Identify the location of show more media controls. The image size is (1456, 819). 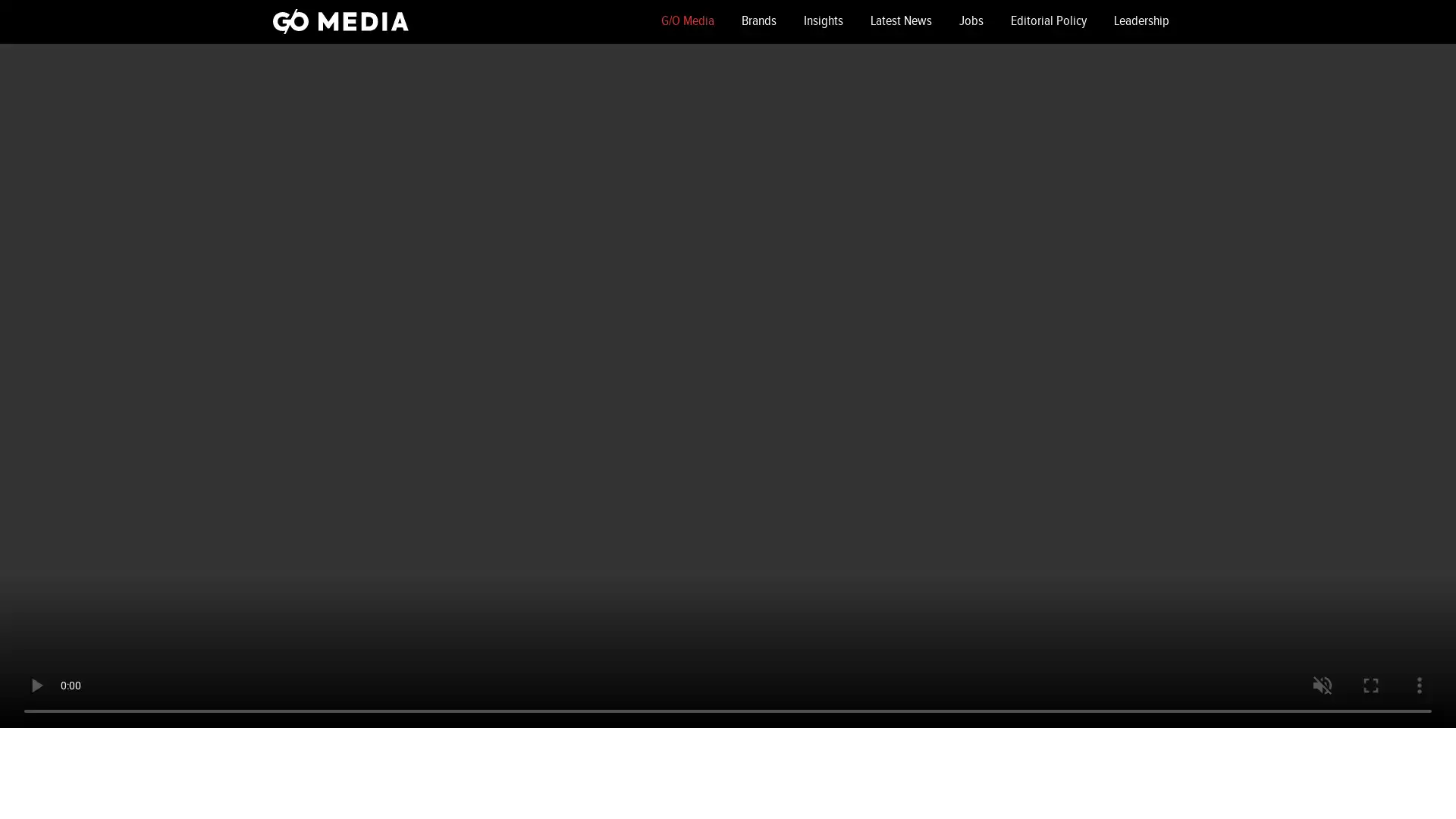
(1419, 685).